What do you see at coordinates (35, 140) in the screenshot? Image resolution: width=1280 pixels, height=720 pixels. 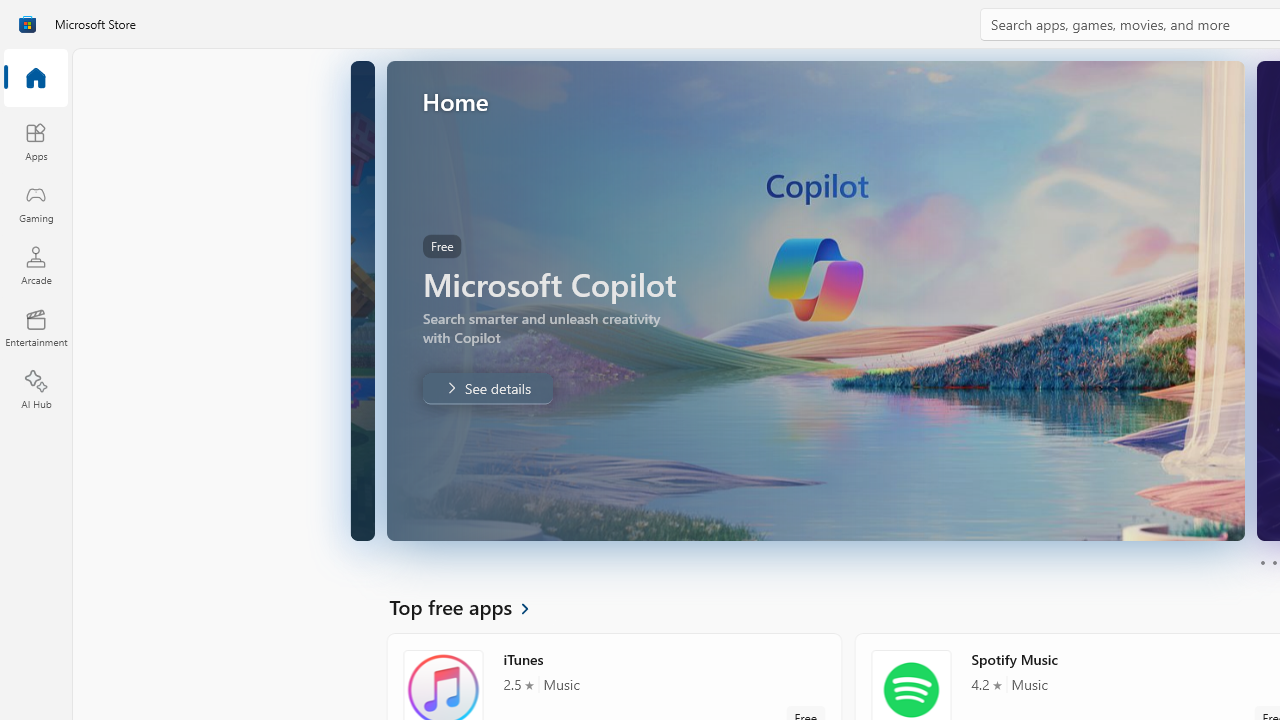 I see `'Apps'` at bounding box center [35, 140].